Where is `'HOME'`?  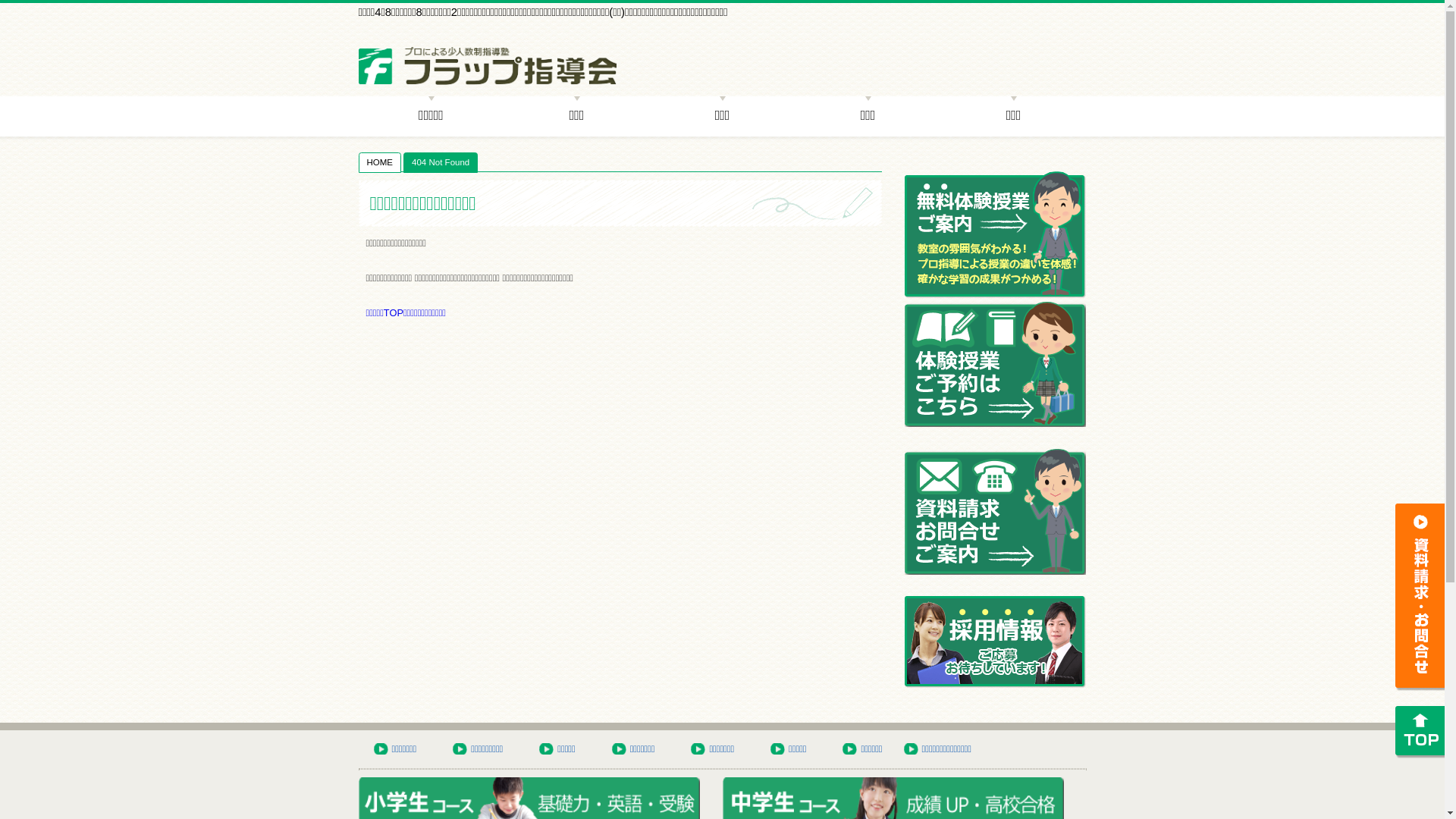
'HOME' is located at coordinates (380, 162).